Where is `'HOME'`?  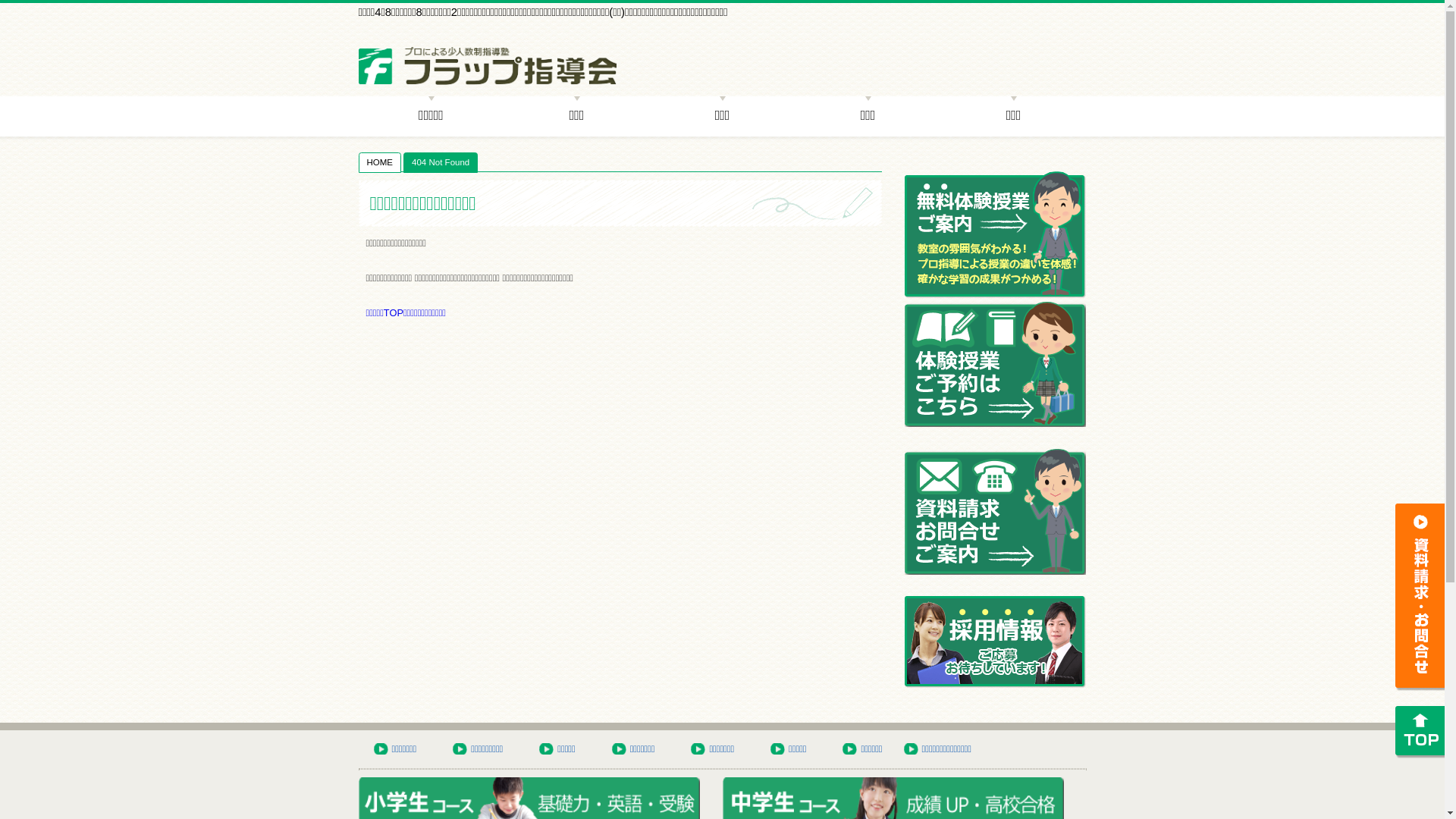
'HOME' is located at coordinates (380, 162).